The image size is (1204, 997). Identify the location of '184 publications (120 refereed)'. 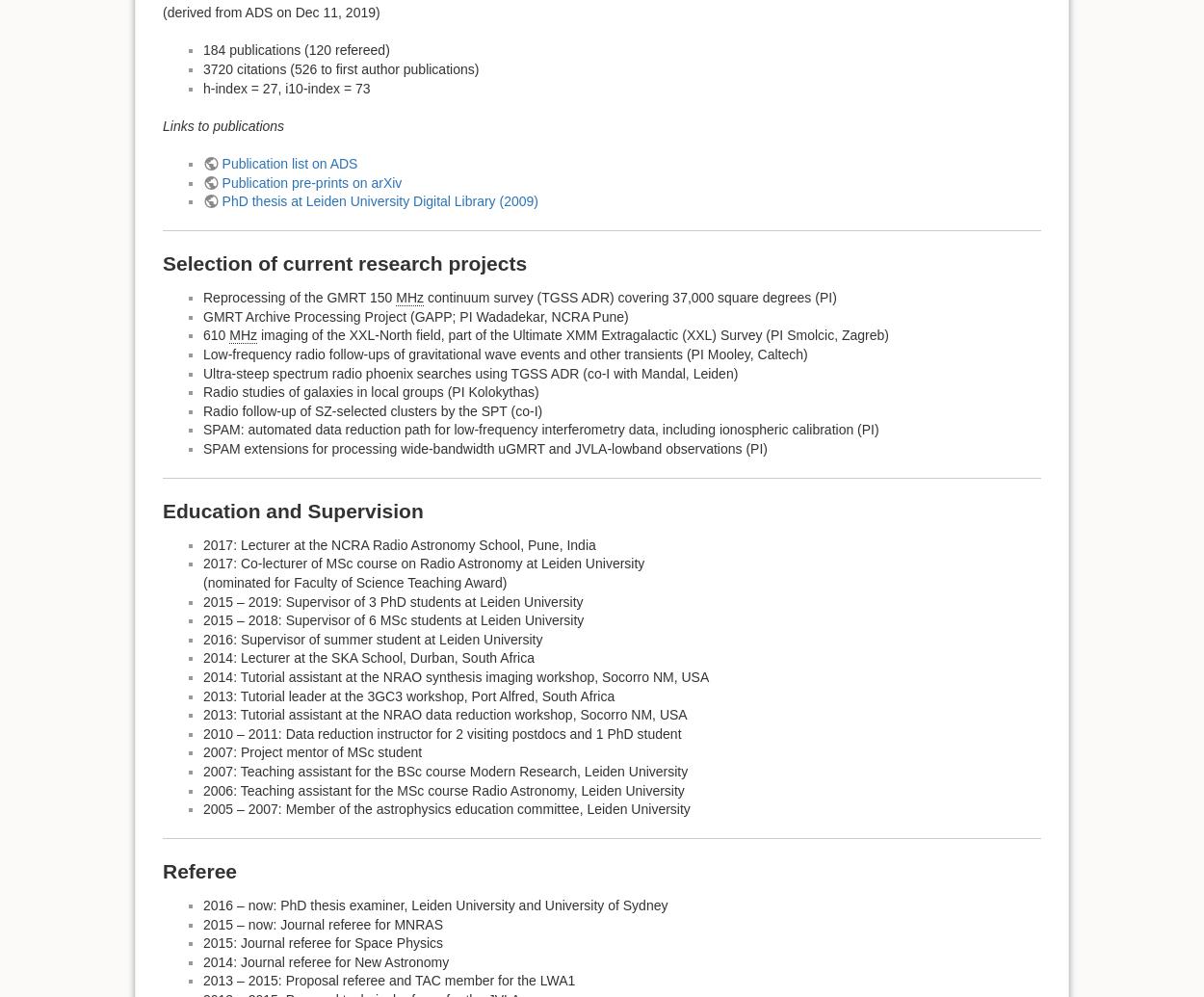
(296, 49).